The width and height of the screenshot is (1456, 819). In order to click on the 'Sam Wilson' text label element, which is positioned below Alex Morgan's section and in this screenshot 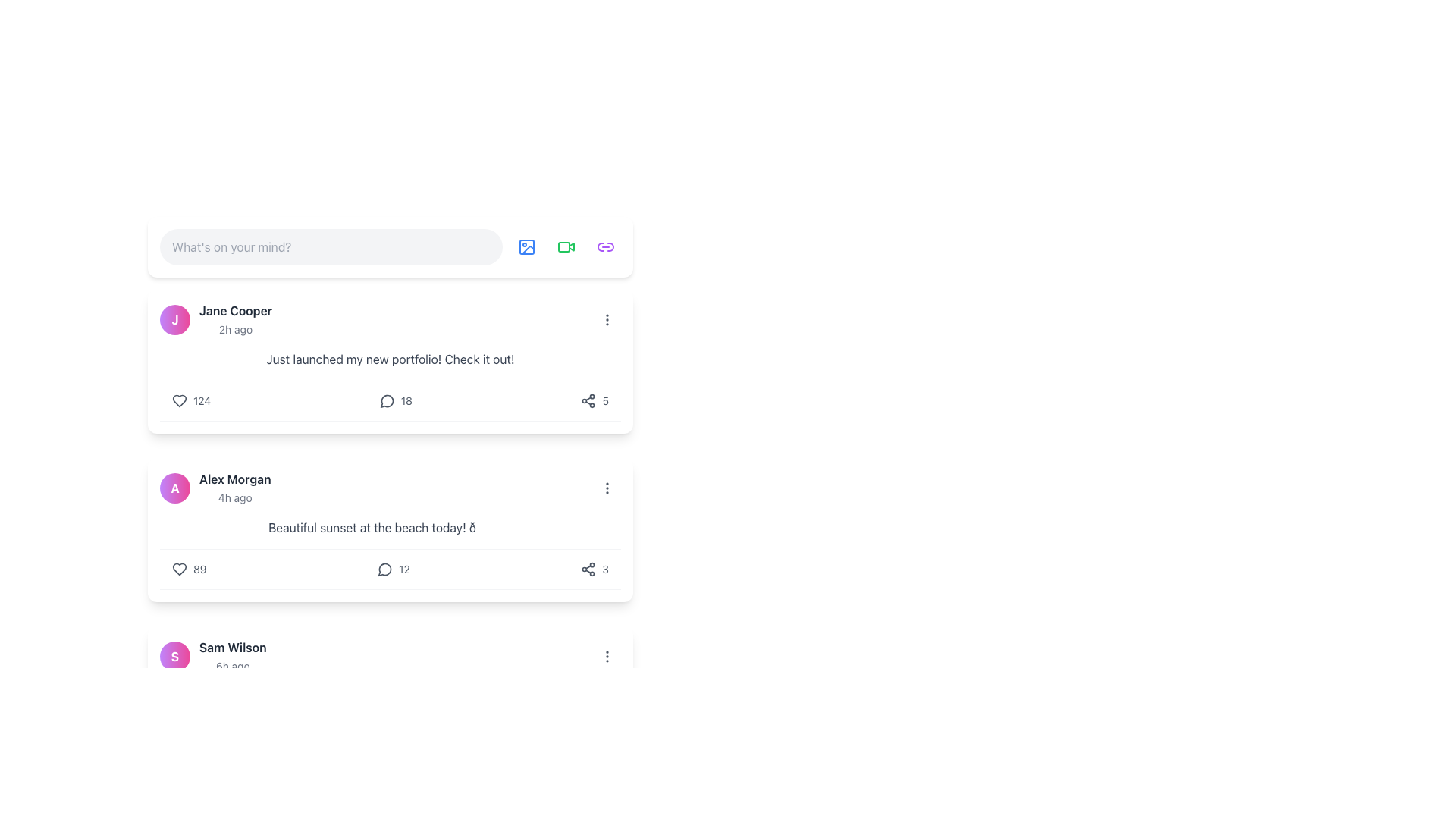, I will do `click(232, 656)`.